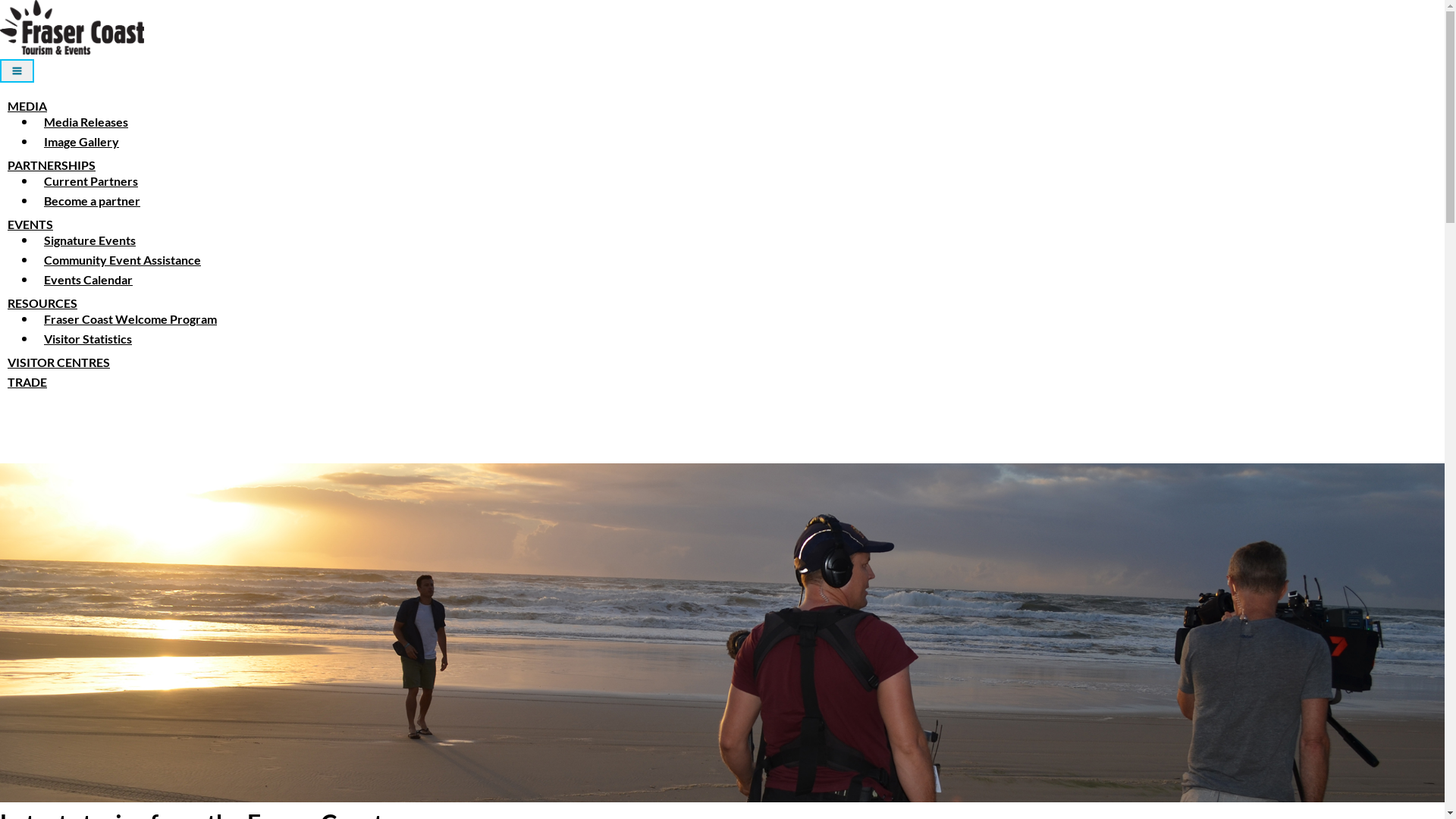 The width and height of the screenshot is (1456, 819). Describe the element at coordinates (87, 279) in the screenshot. I see `'Events Calendar'` at that location.